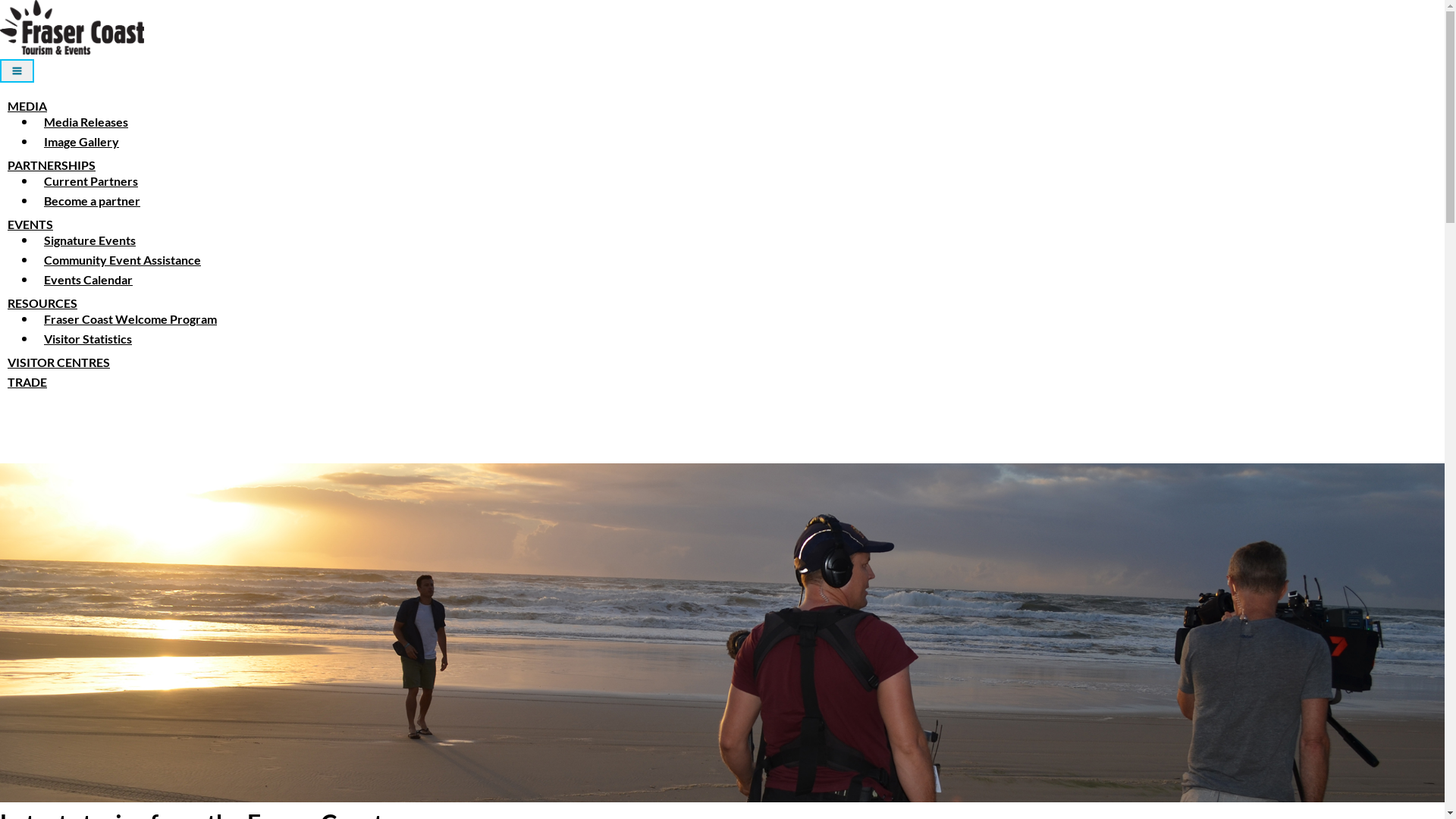 The width and height of the screenshot is (1456, 819). Describe the element at coordinates (87, 279) in the screenshot. I see `'Events Calendar'` at that location.